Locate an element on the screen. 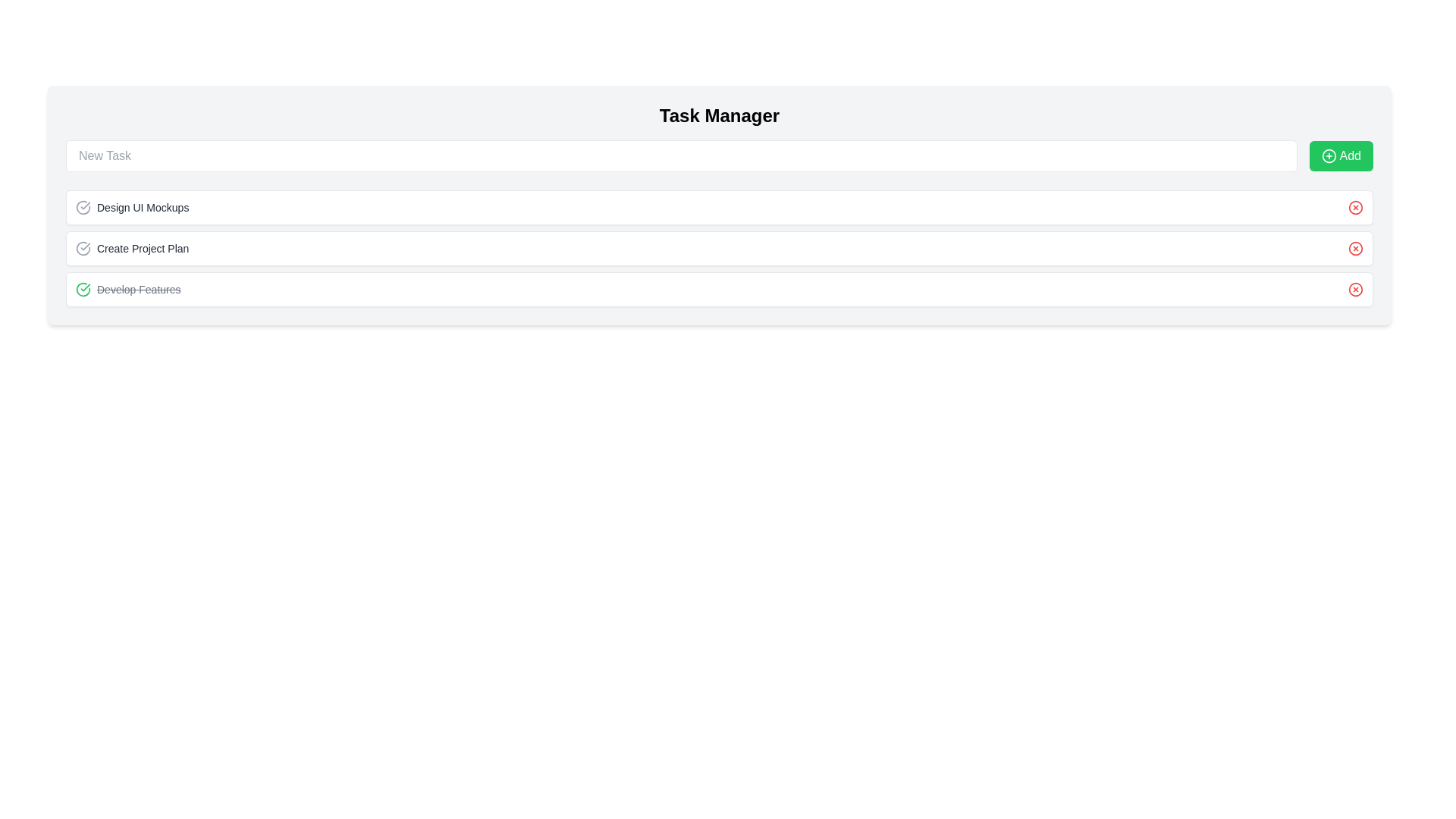 The width and height of the screenshot is (1456, 819). the circular green outlined button icon with a white background and a plus sign at its center, located within the 'Add' button next to the text label 'Add' is located at coordinates (1328, 155).